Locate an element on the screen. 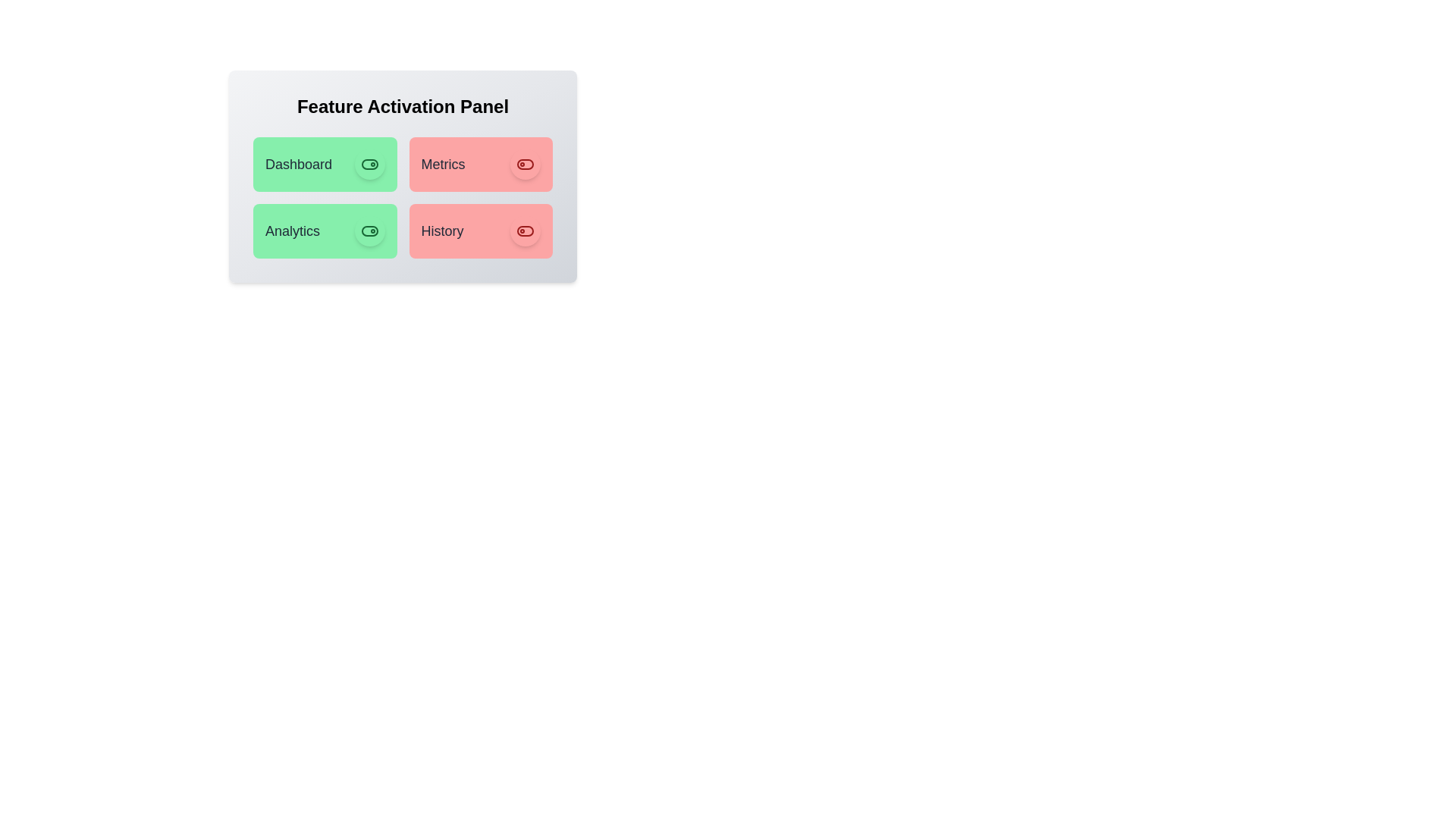 Image resolution: width=1456 pixels, height=819 pixels. the feature card for History to observe its hover effect is located at coordinates (480, 231).